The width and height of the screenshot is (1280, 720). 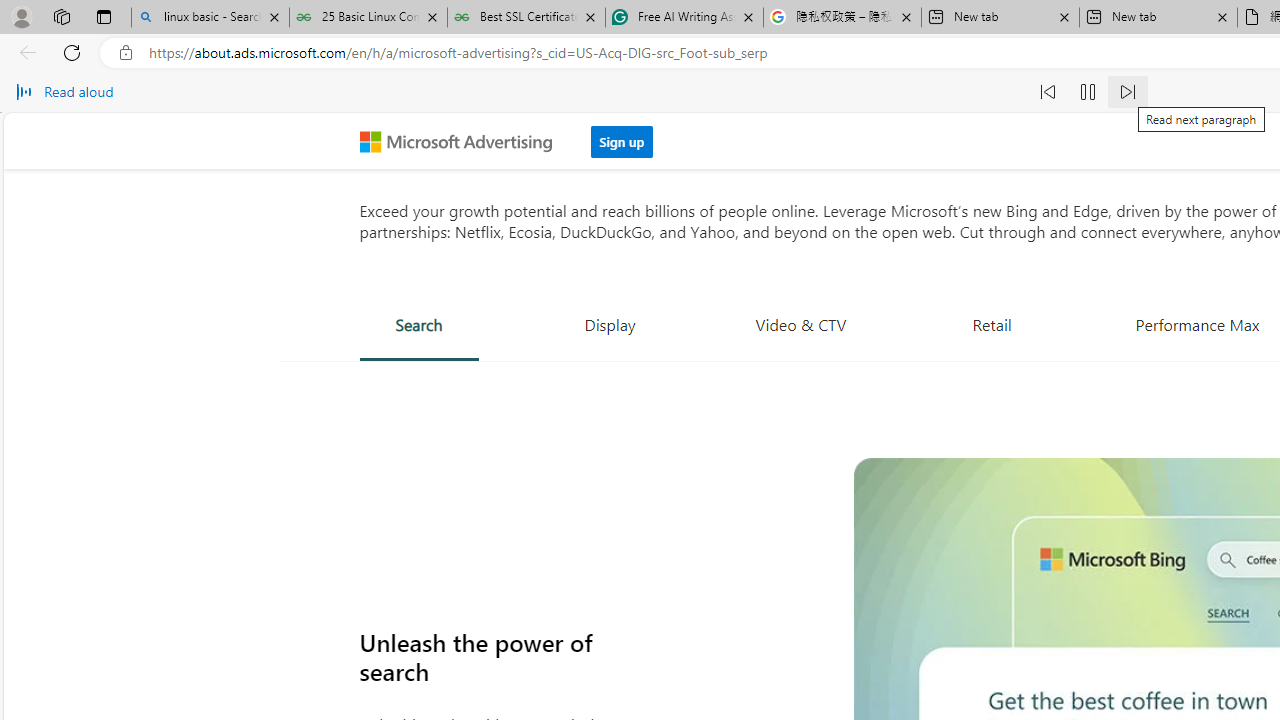 What do you see at coordinates (801, 323) in the screenshot?
I see `'Video & CTV'` at bounding box center [801, 323].